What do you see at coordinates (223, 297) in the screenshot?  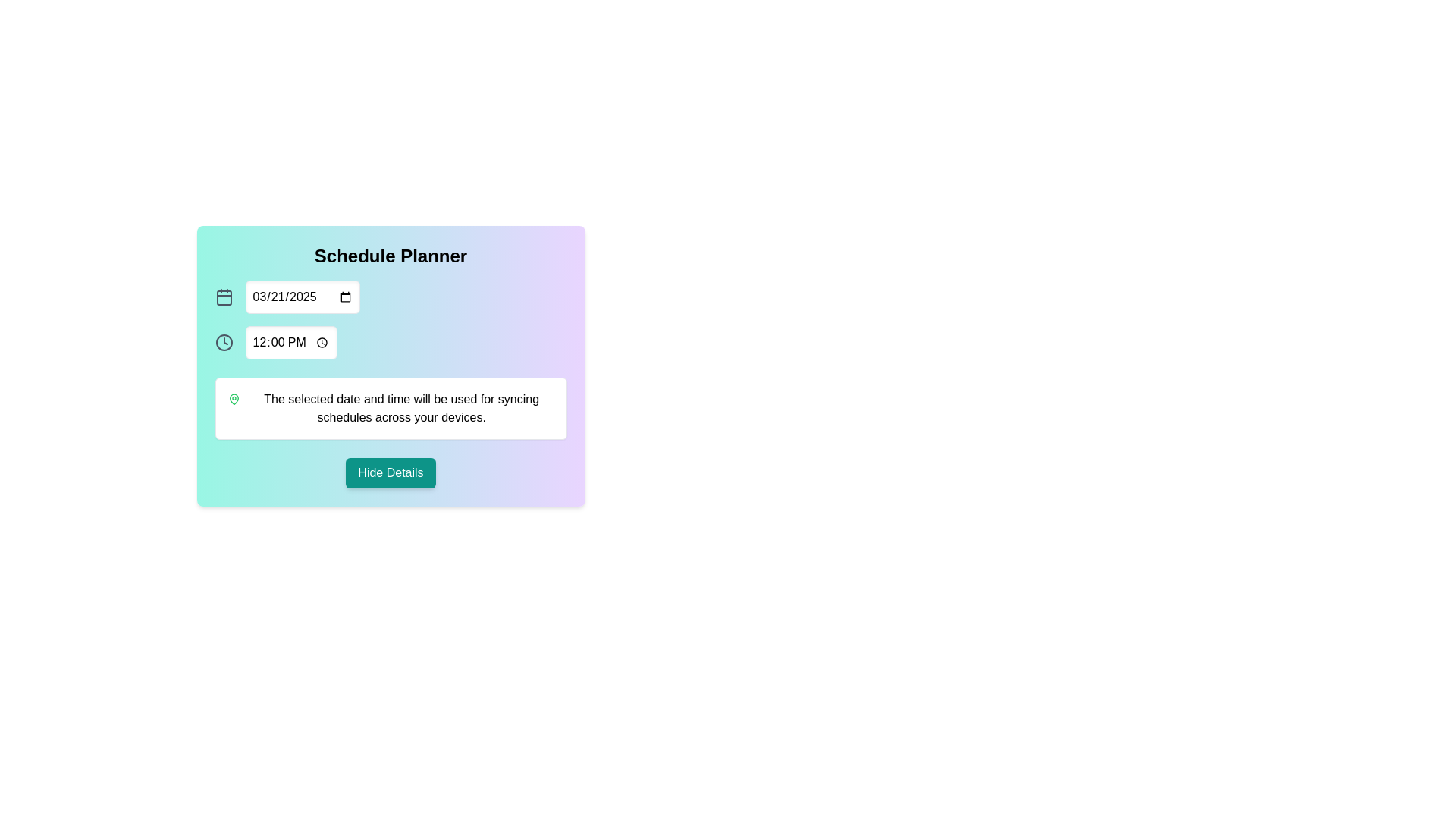 I see `the calendar icon located to the left of the date input field displaying '03/21/2025'` at bounding box center [223, 297].